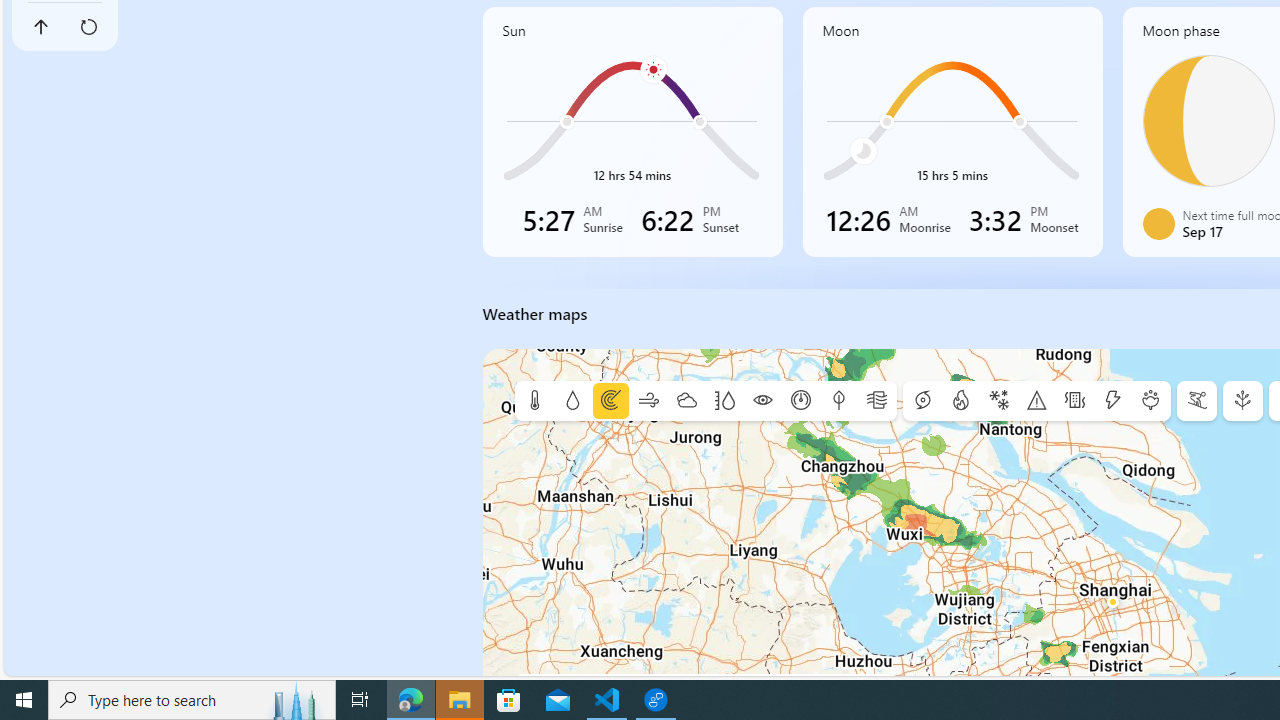 The width and height of the screenshot is (1280, 720). I want to click on 'Precipitation', so click(571, 401).